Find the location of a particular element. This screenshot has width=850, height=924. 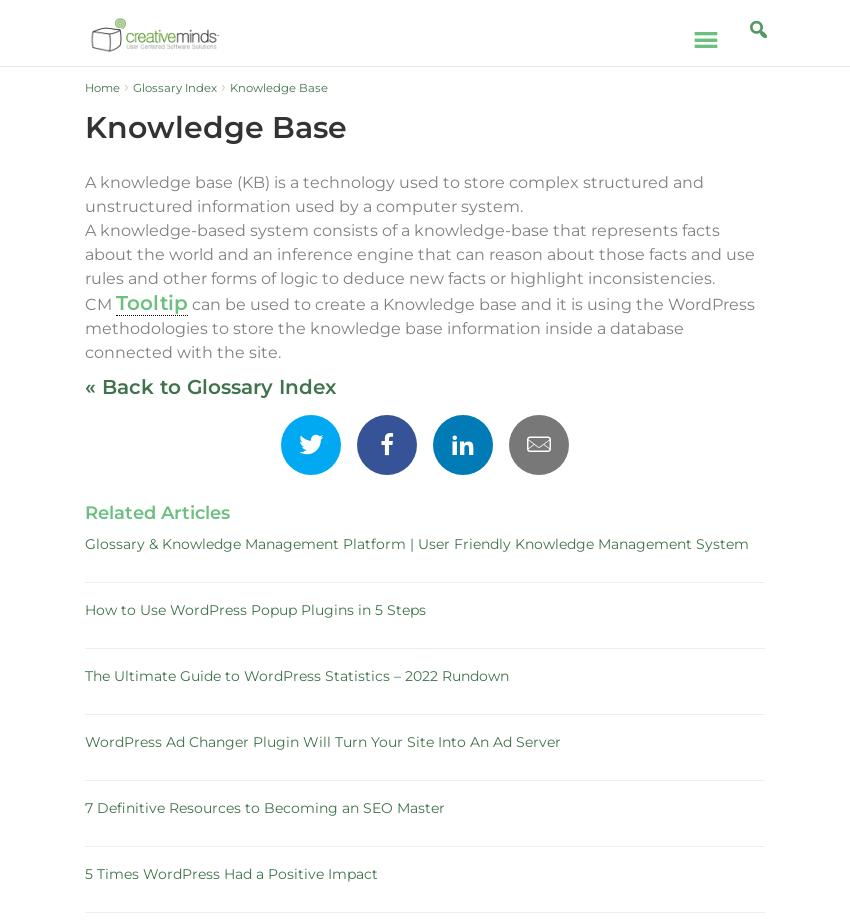

'7 Definitive Resources to Becoming an SEO Master' is located at coordinates (264, 808).